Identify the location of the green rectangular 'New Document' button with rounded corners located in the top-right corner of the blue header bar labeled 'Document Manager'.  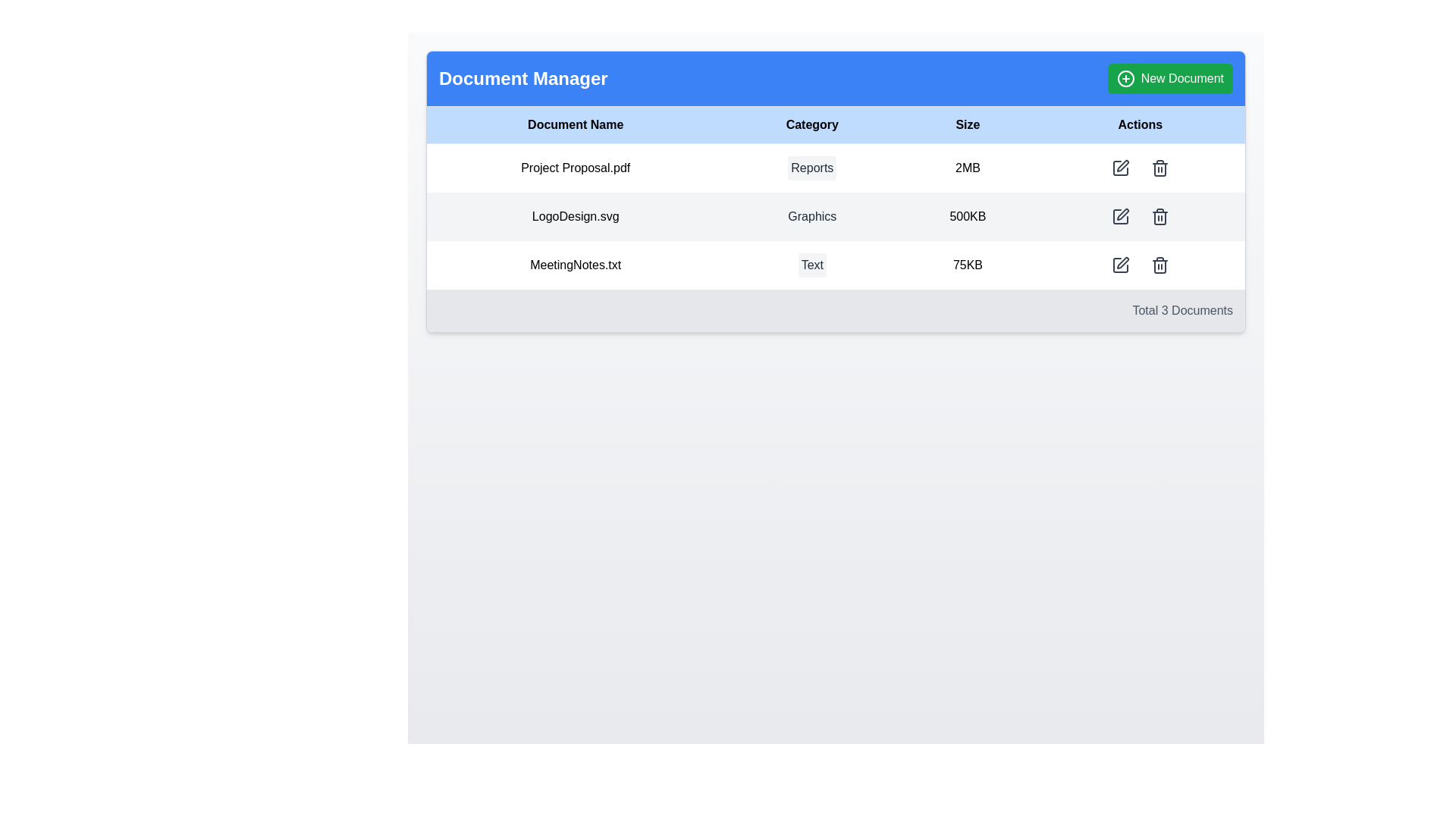
(1169, 79).